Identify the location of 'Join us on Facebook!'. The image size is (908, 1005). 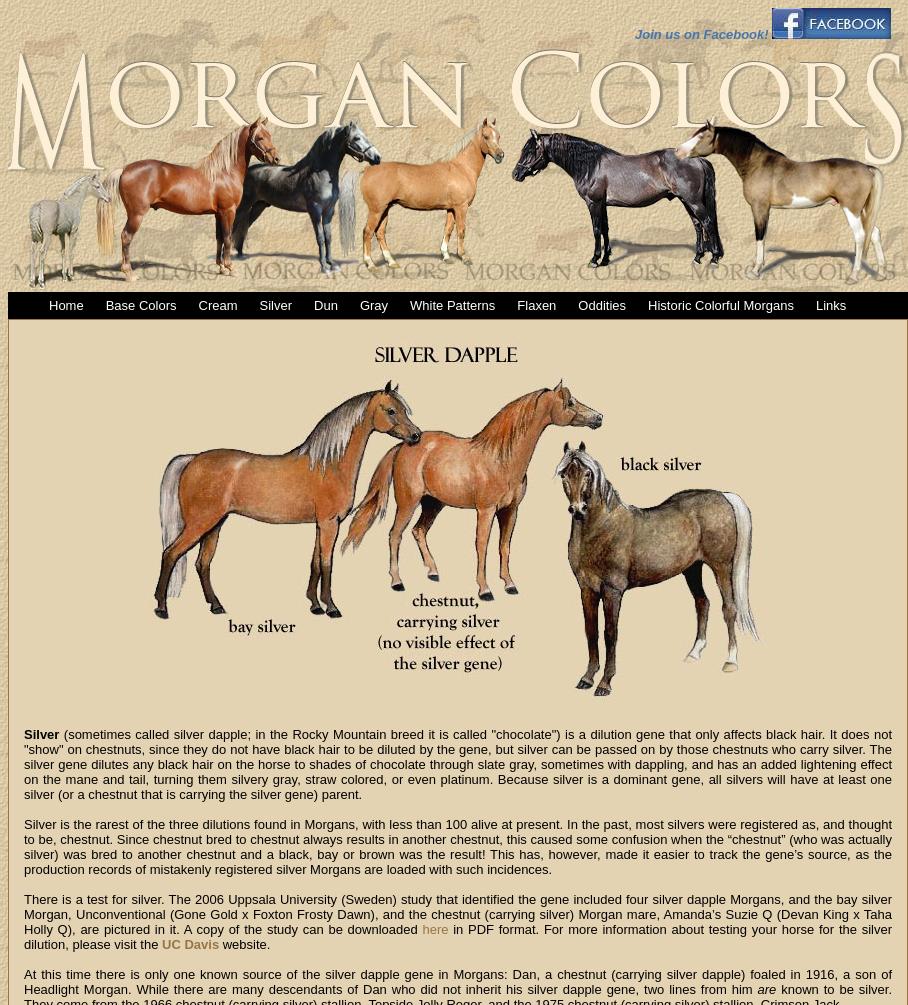
(700, 34).